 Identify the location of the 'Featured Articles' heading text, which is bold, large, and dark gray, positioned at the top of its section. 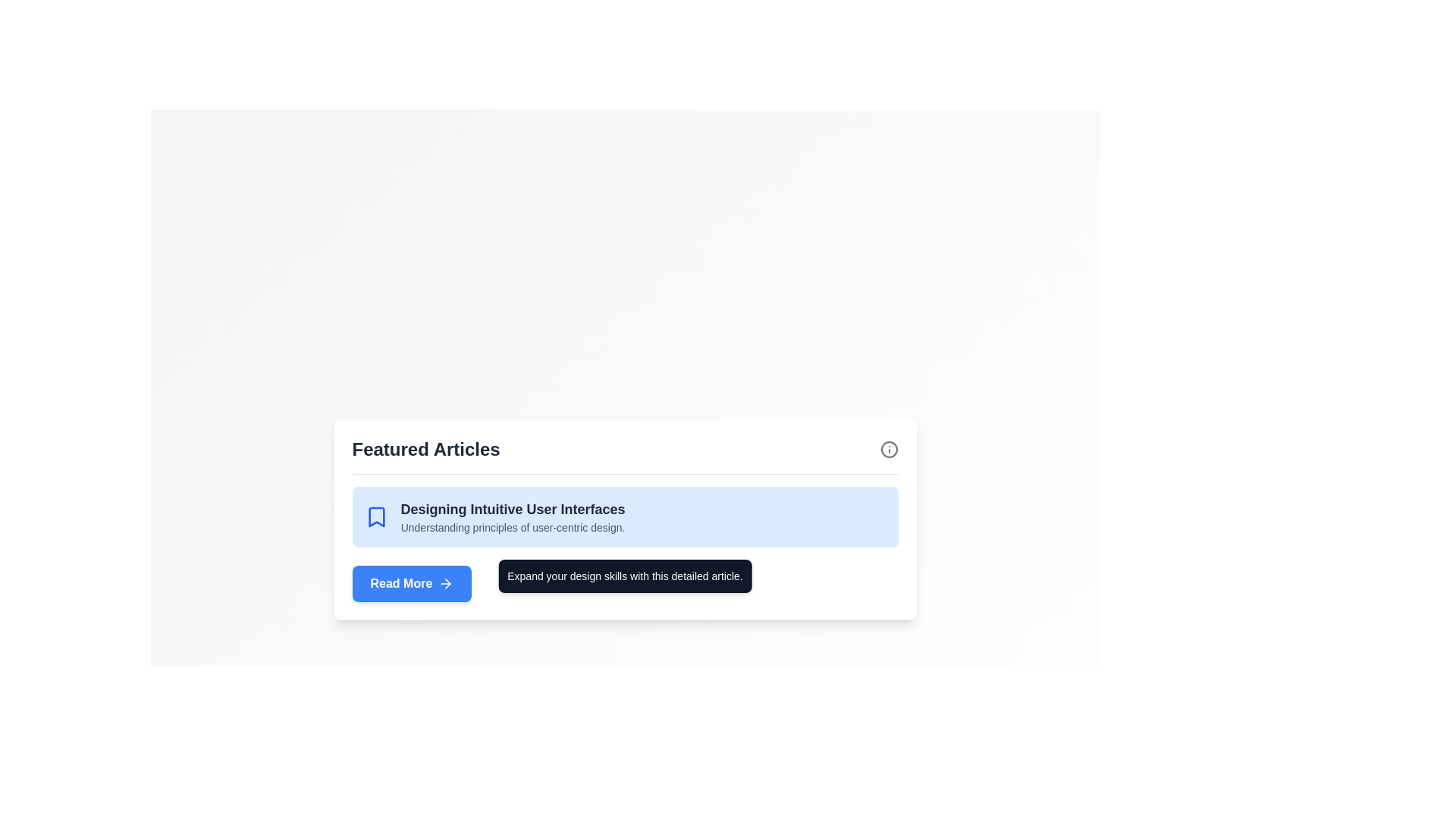
(425, 448).